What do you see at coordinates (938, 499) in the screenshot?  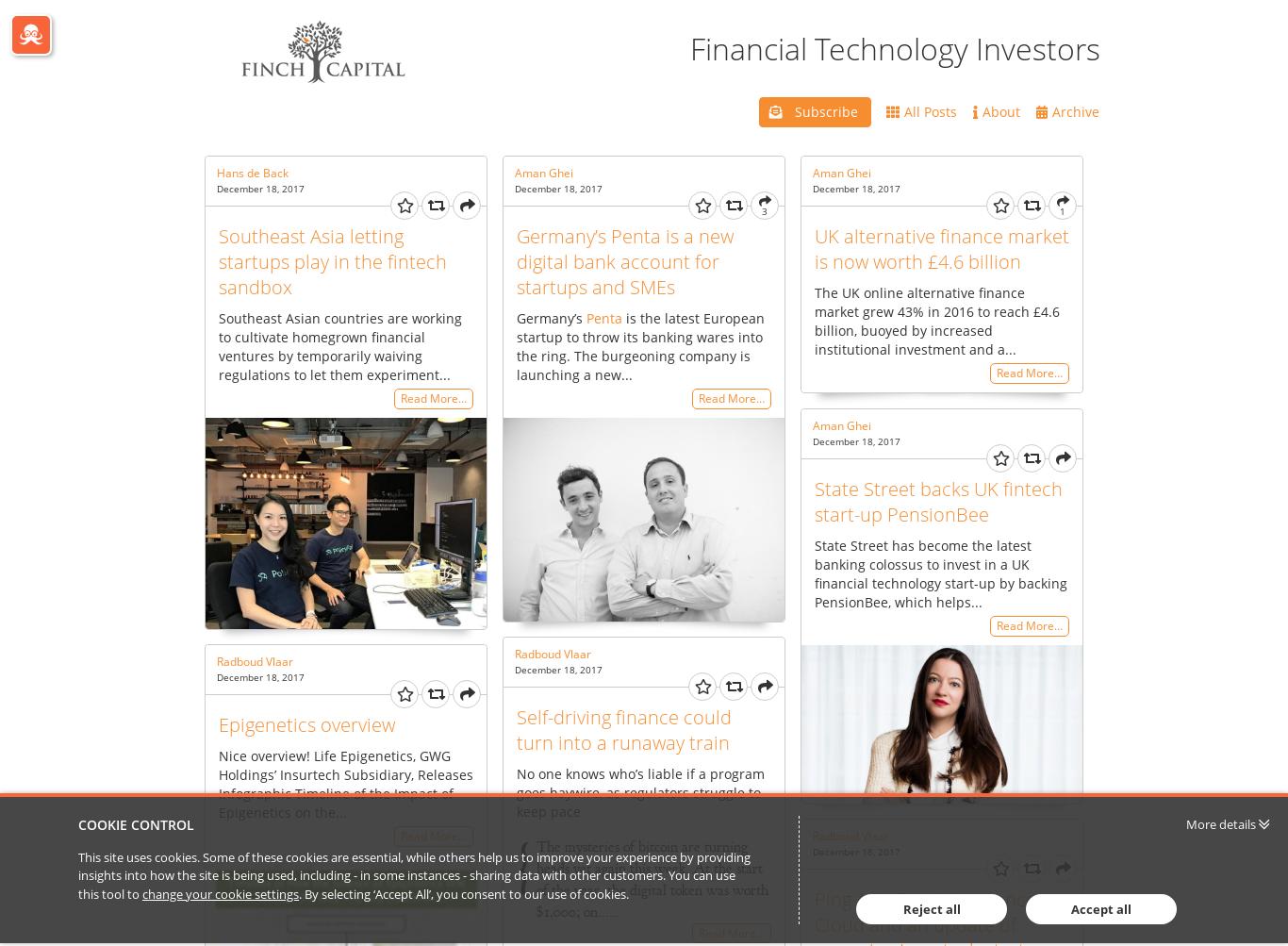 I see `'State Street backs UK fintech start-up PensionBee'` at bounding box center [938, 499].